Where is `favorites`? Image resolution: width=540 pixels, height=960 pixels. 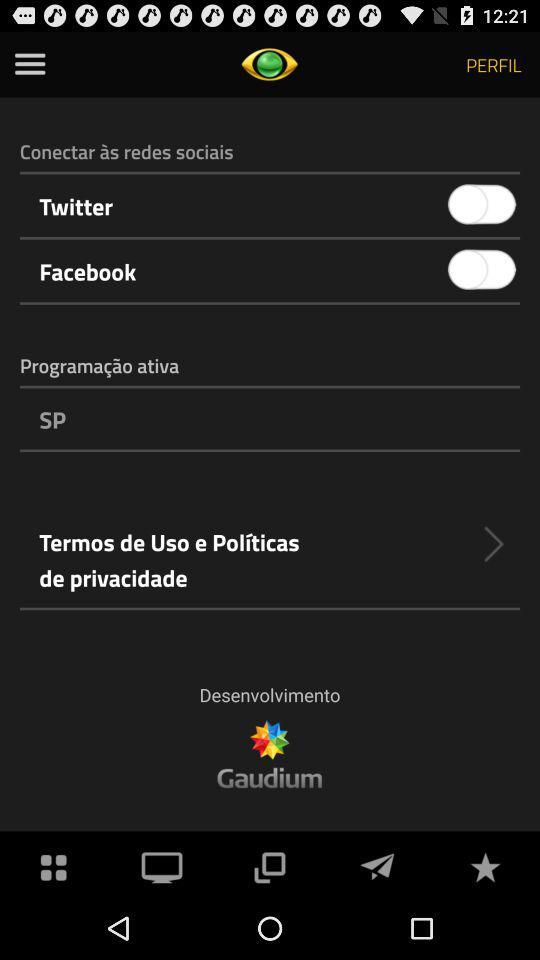 favorites is located at coordinates (484, 864).